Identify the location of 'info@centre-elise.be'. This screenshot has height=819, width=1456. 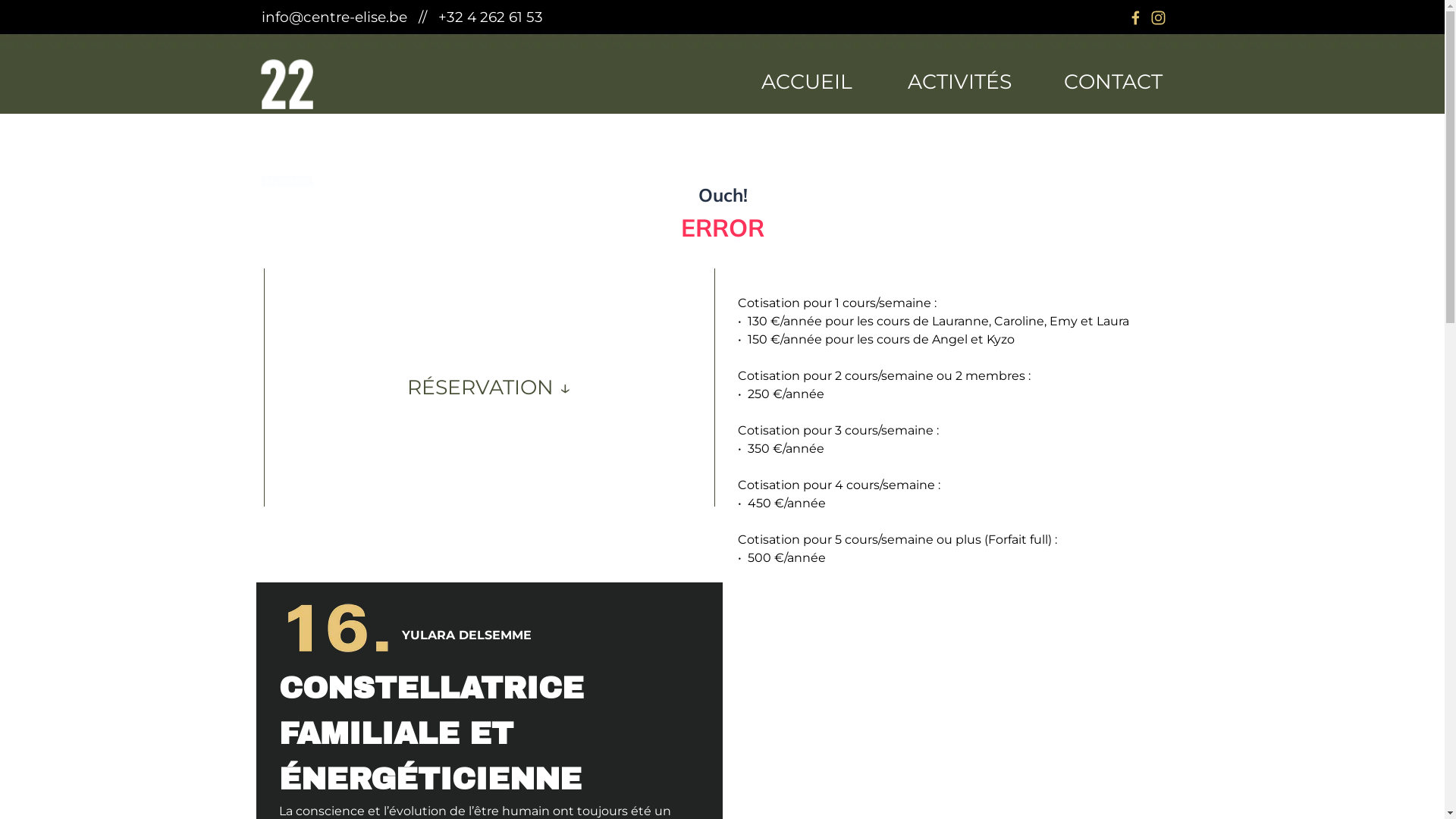
(333, 17).